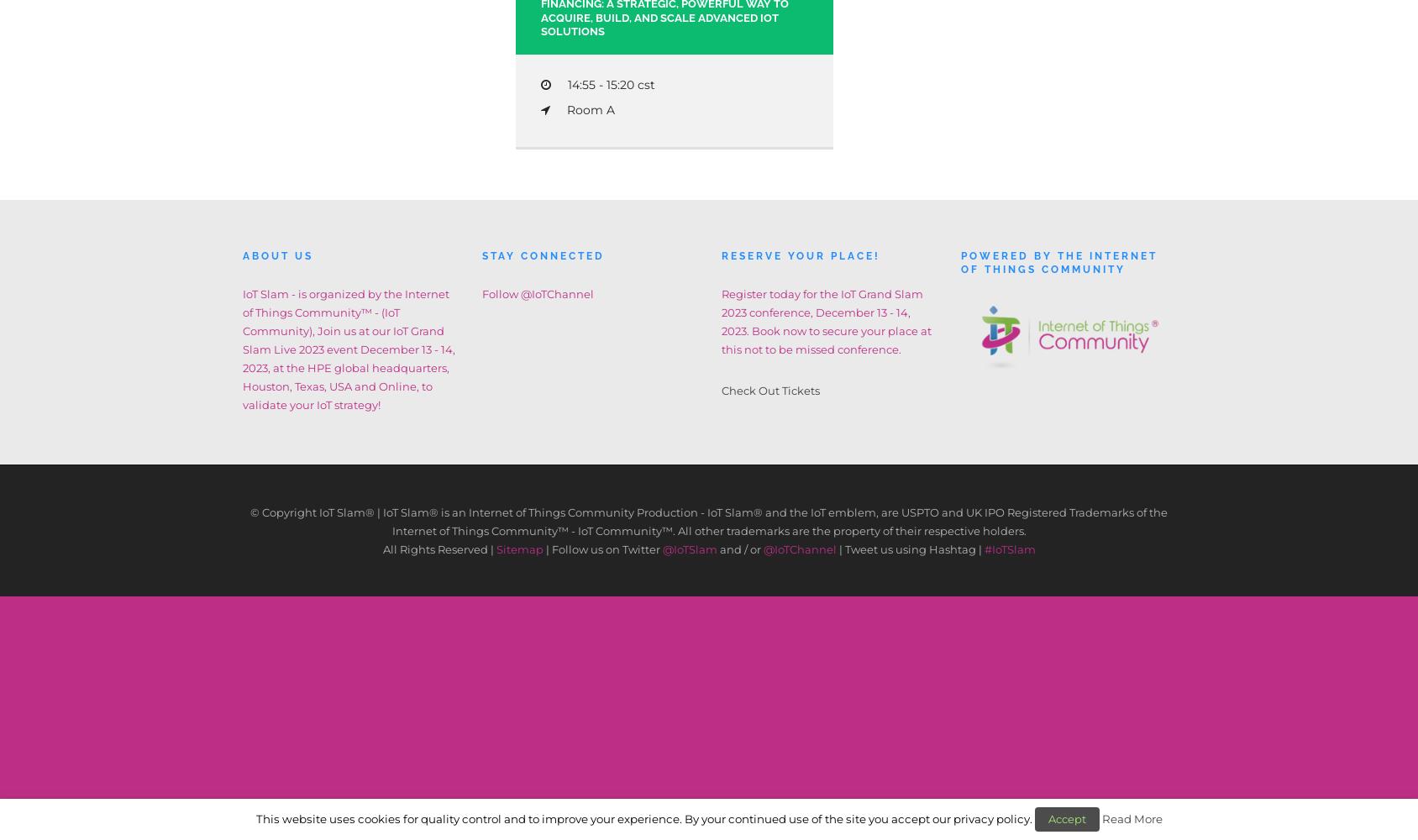  What do you see at coordinates (709, 521) in the screenshot?
I see `'© Copyright IoT Slam® | IoT Slam® is an Internet of Things Community Production - IoT Slam® and the IoT emblem, are USPTO and UK IPO Registered Trademarks of the Internet of Things Community™ - IoT Community™. All other trademarks are the property of their respective holders.'` at bounding box center [709, 521].